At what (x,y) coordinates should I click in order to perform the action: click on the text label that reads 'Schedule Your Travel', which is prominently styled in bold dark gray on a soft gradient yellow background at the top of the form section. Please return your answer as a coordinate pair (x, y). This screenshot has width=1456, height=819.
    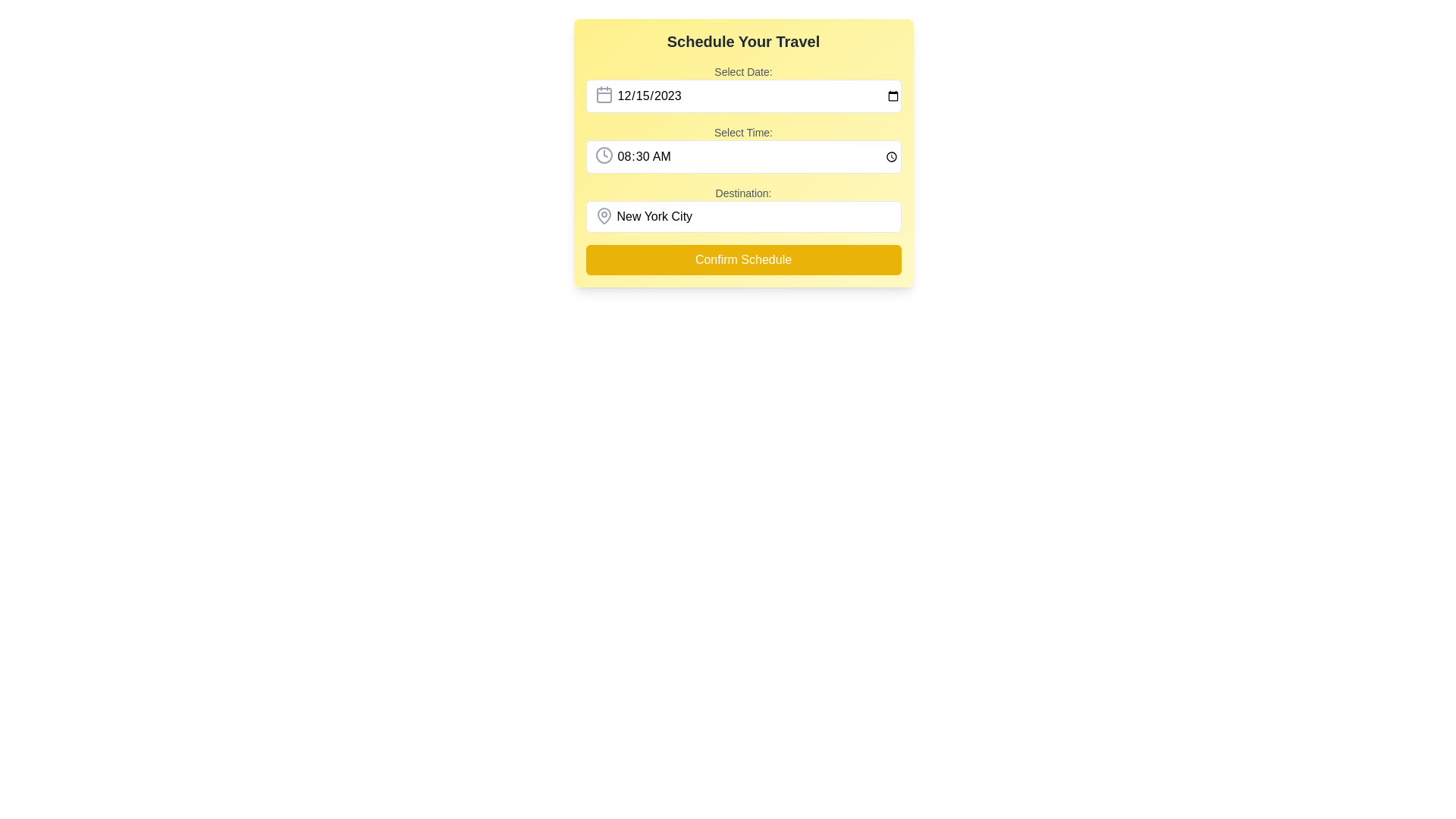
    Looking at the image, I should click on (743, 40).